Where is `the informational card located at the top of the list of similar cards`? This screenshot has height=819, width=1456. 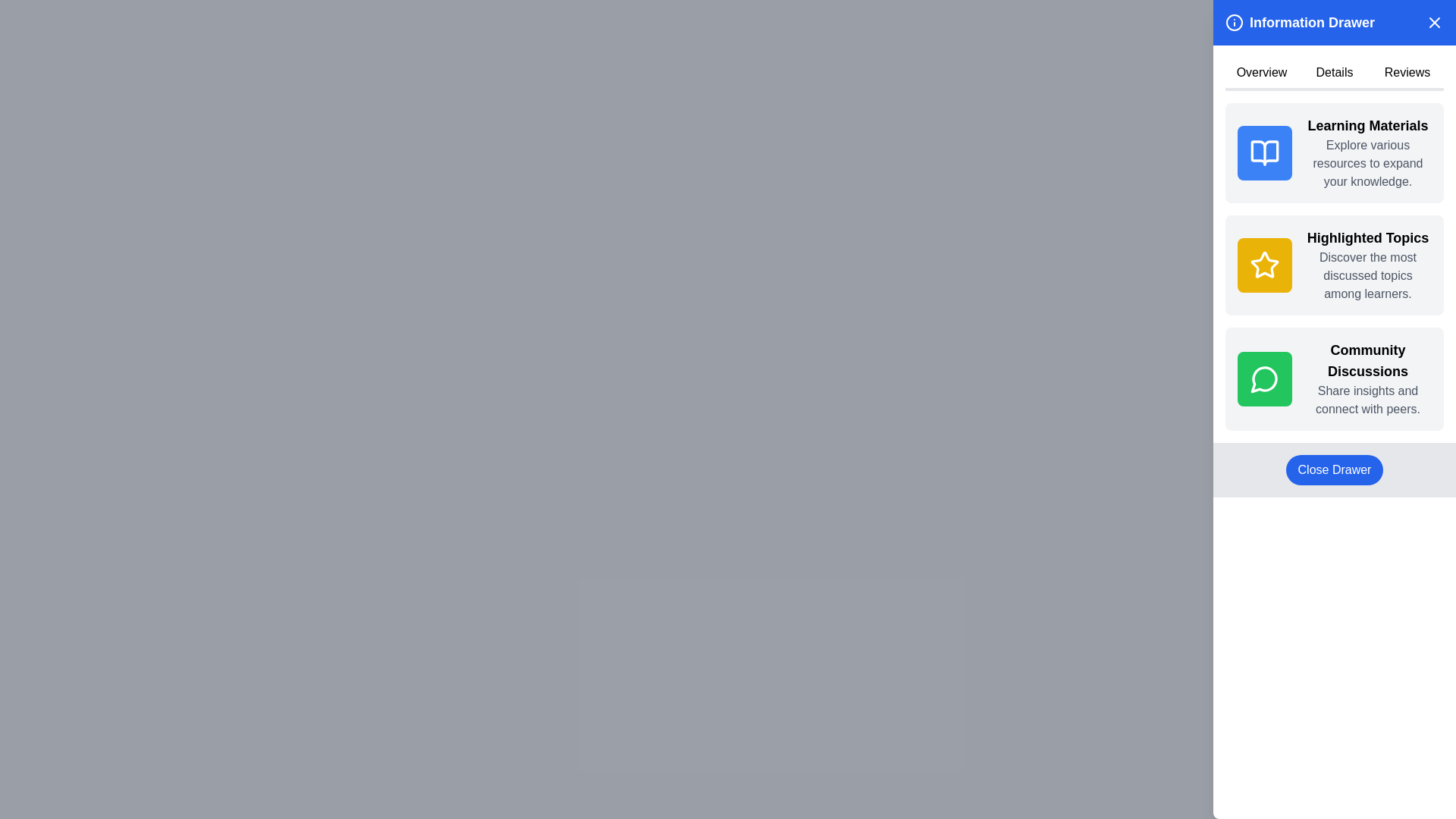
the informational card located at the top of the list of similar cards is located at coordinates (1368, 152).